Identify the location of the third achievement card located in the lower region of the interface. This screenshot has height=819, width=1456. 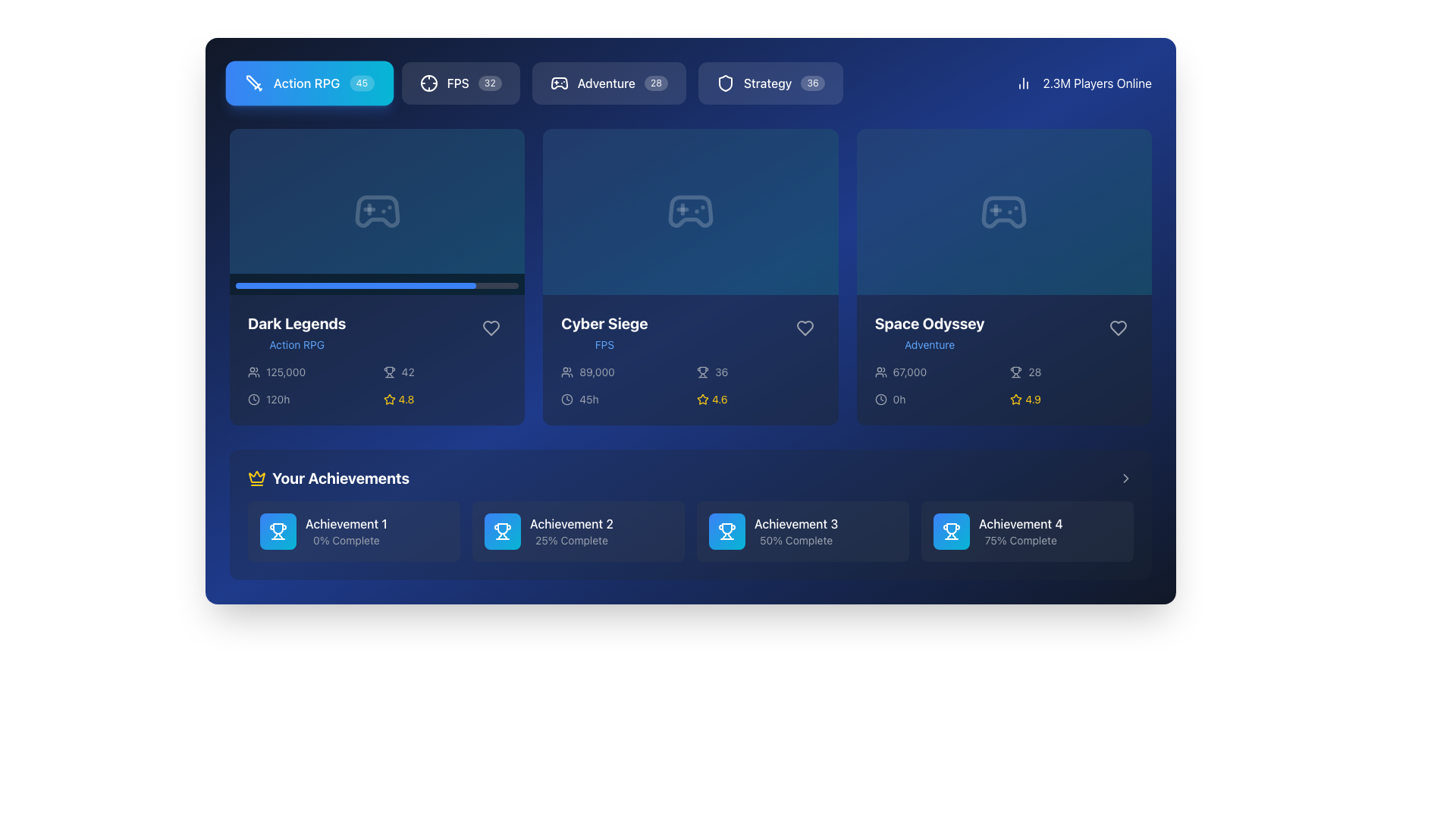
(802, 531).